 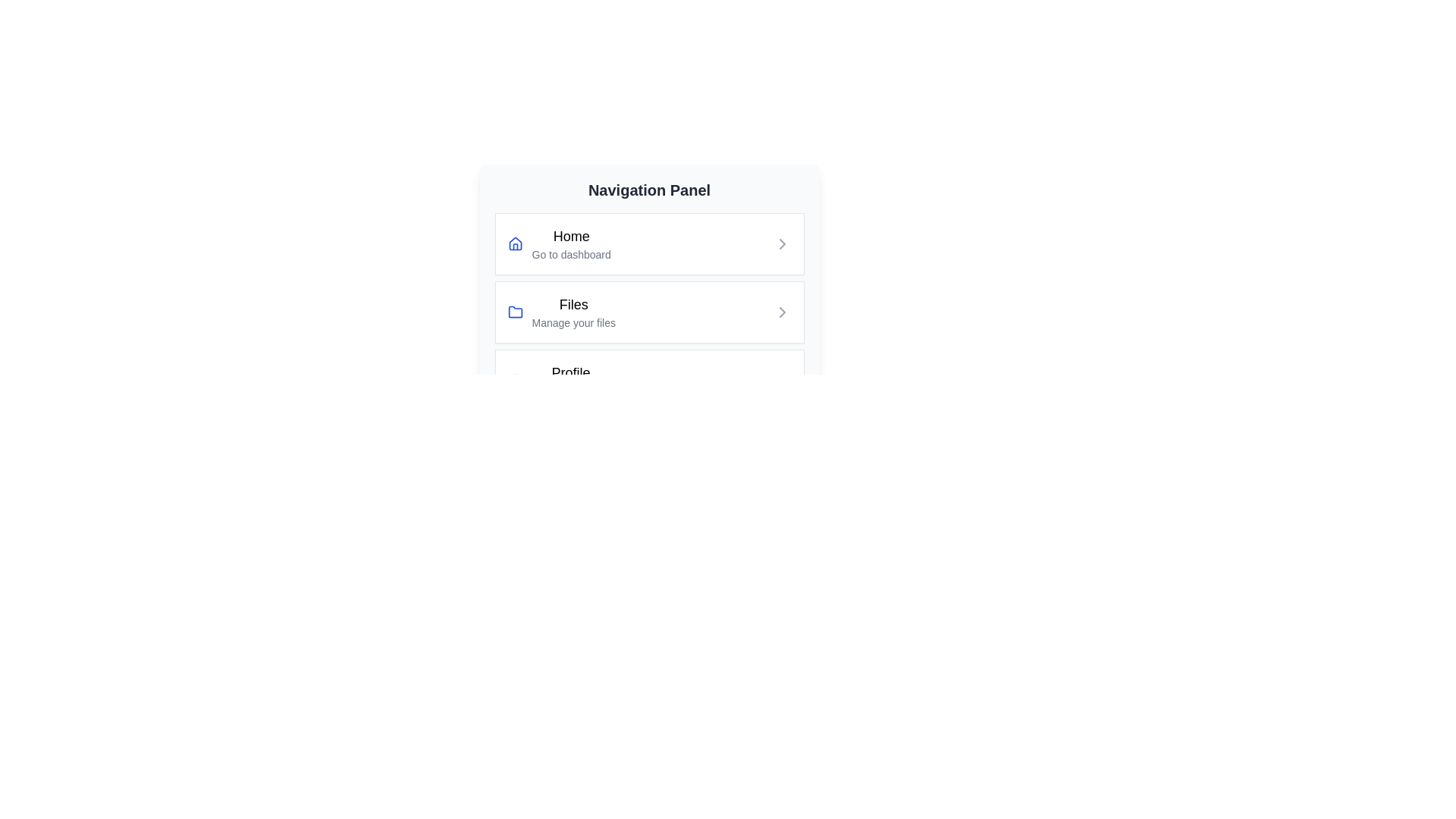 I want to click on the text label element that reads 'Files' with the subtitle 'Manage your files', located in the middle of the navigation panel, so click(x=573, y=312).